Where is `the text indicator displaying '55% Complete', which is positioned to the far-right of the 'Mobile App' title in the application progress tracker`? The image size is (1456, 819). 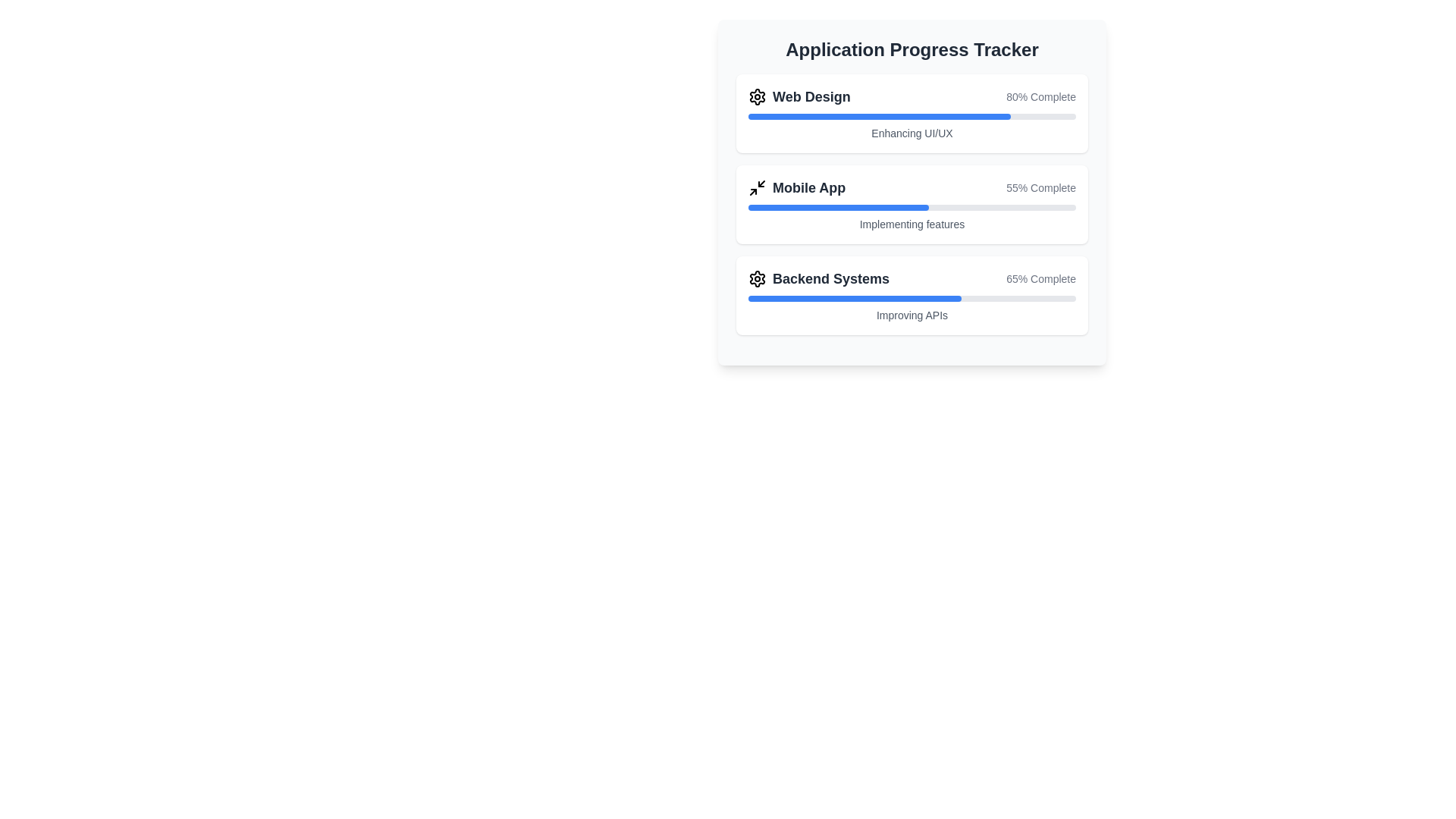
the text indicator displaying '55% Complete', which is positioned to the far-right of the 'Mobile App' title in the application progress tracker is located at coordinates (1040, 187).